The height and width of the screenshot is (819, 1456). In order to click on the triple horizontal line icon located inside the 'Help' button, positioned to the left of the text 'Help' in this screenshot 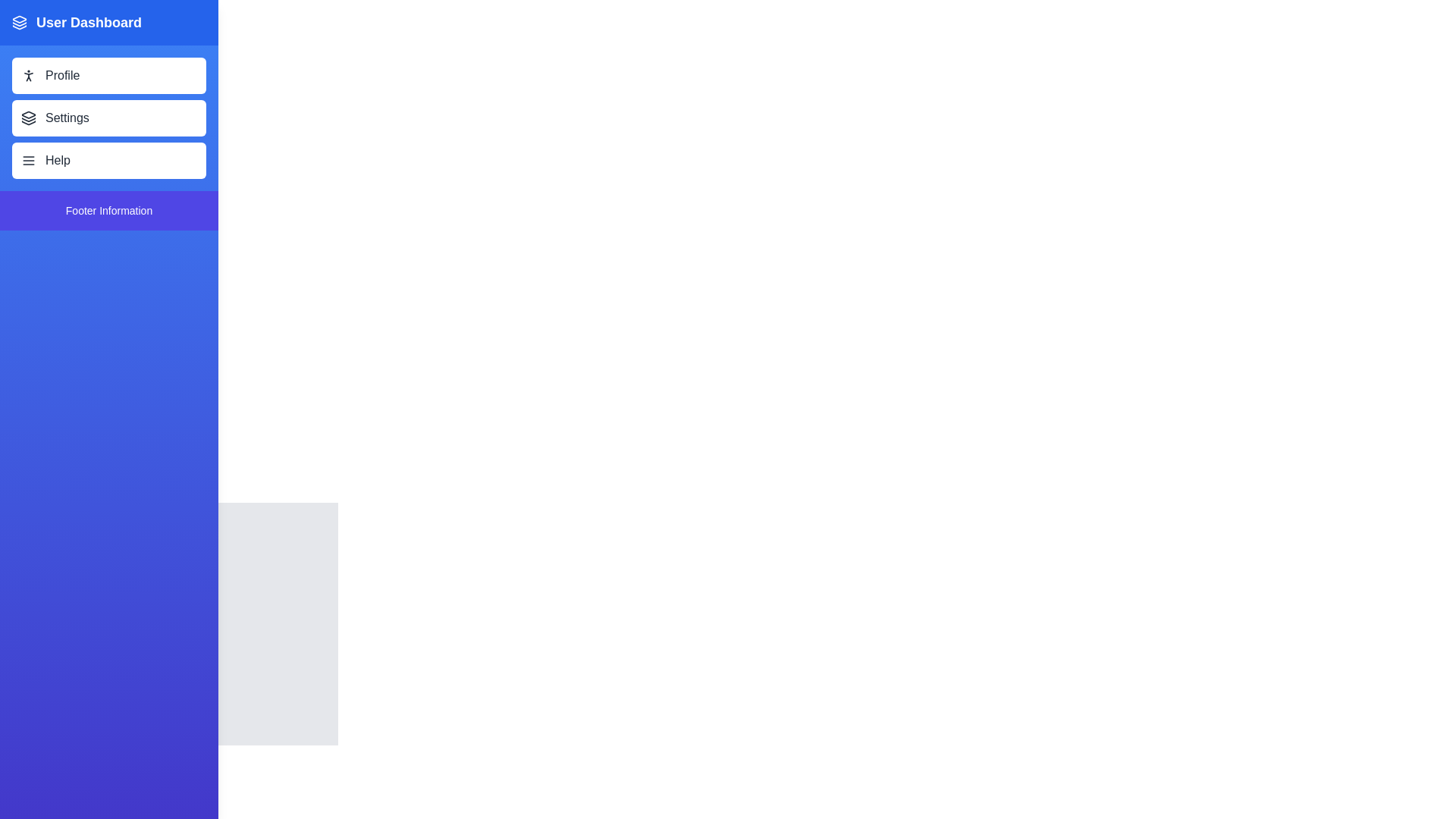, I will do `click(29, 161)`.